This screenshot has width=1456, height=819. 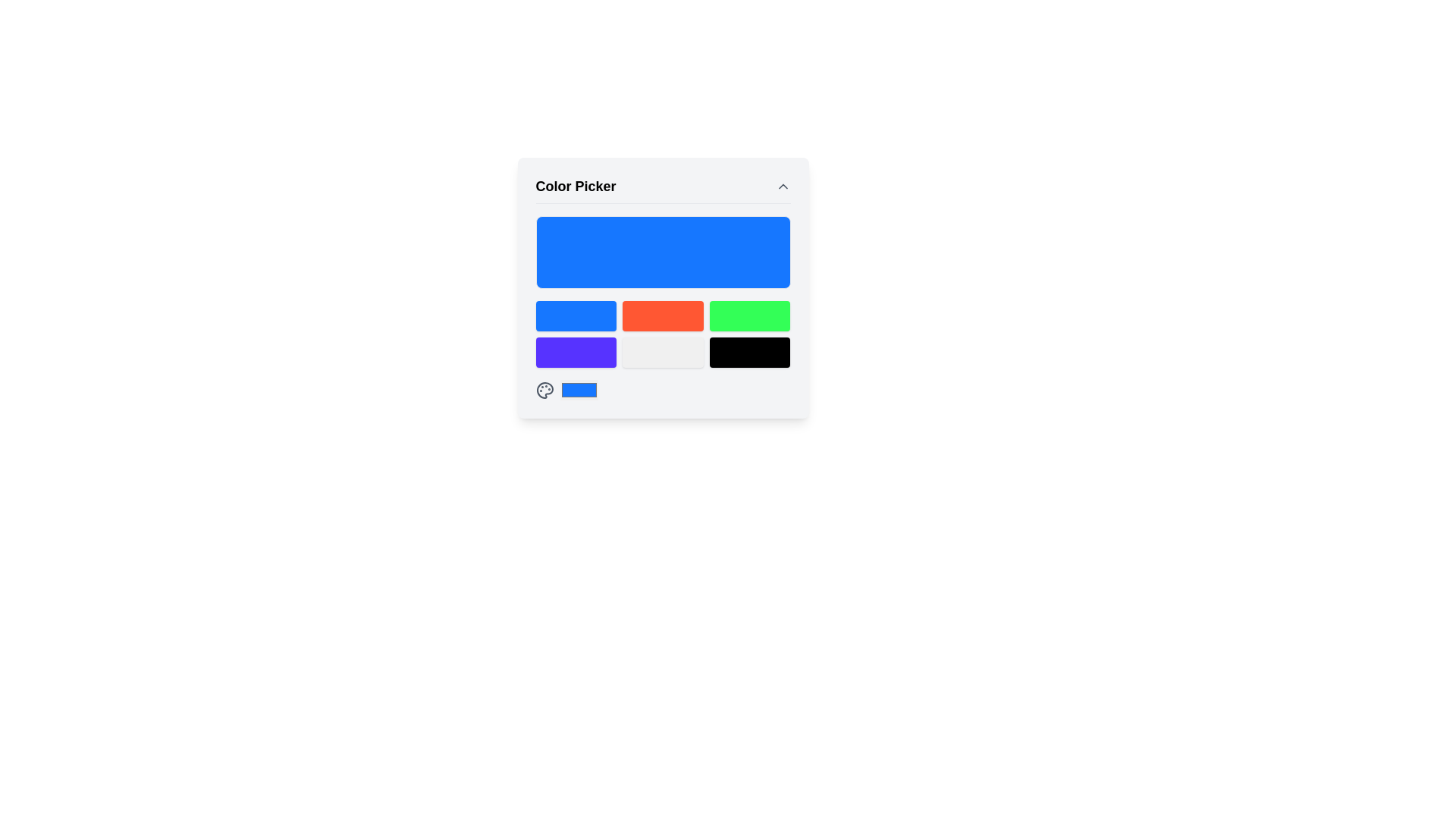 What do you see at coordinates (750, 353) in the screenshot?
I see `the plain black rectangular button located in the bottom-right corner of the color-picker interface` at bounding box center [750, 353].